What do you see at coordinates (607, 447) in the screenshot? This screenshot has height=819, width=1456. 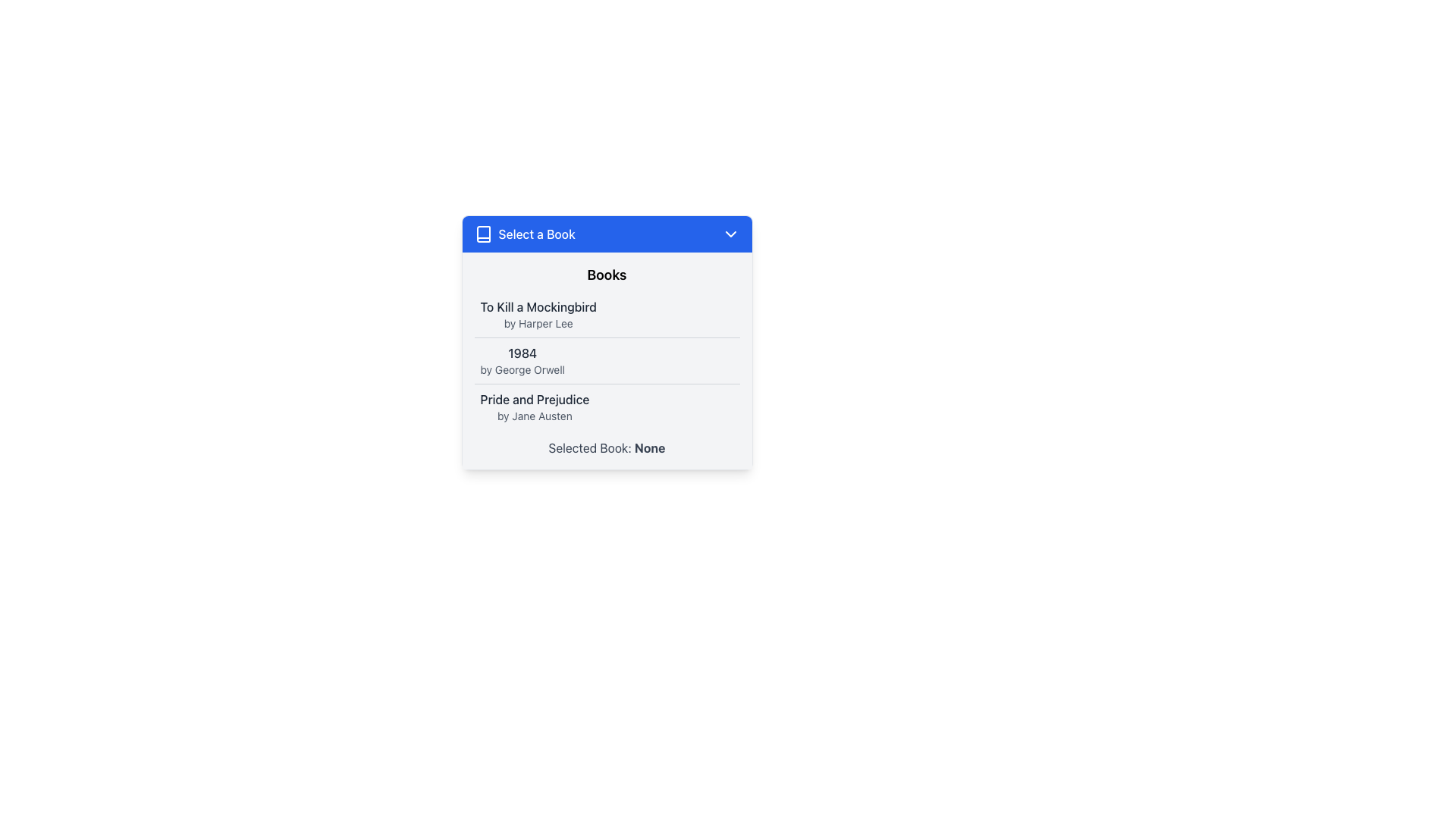 I see `text content of the Text Label indicating the currently selected book, which currently displays 'None'` at bounding box center [607, 447].